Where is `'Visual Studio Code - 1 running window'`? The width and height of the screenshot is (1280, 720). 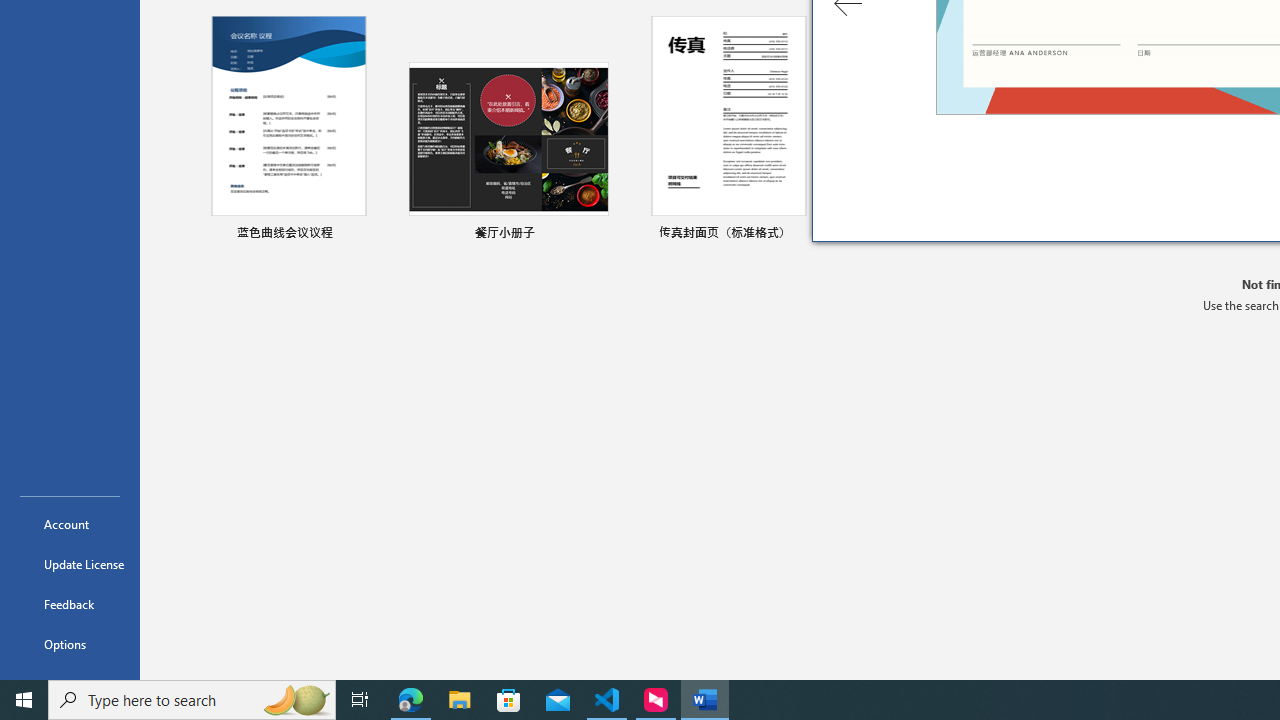
'Visual Studio Code - 1 running window' is located at coordinates (606, 698).